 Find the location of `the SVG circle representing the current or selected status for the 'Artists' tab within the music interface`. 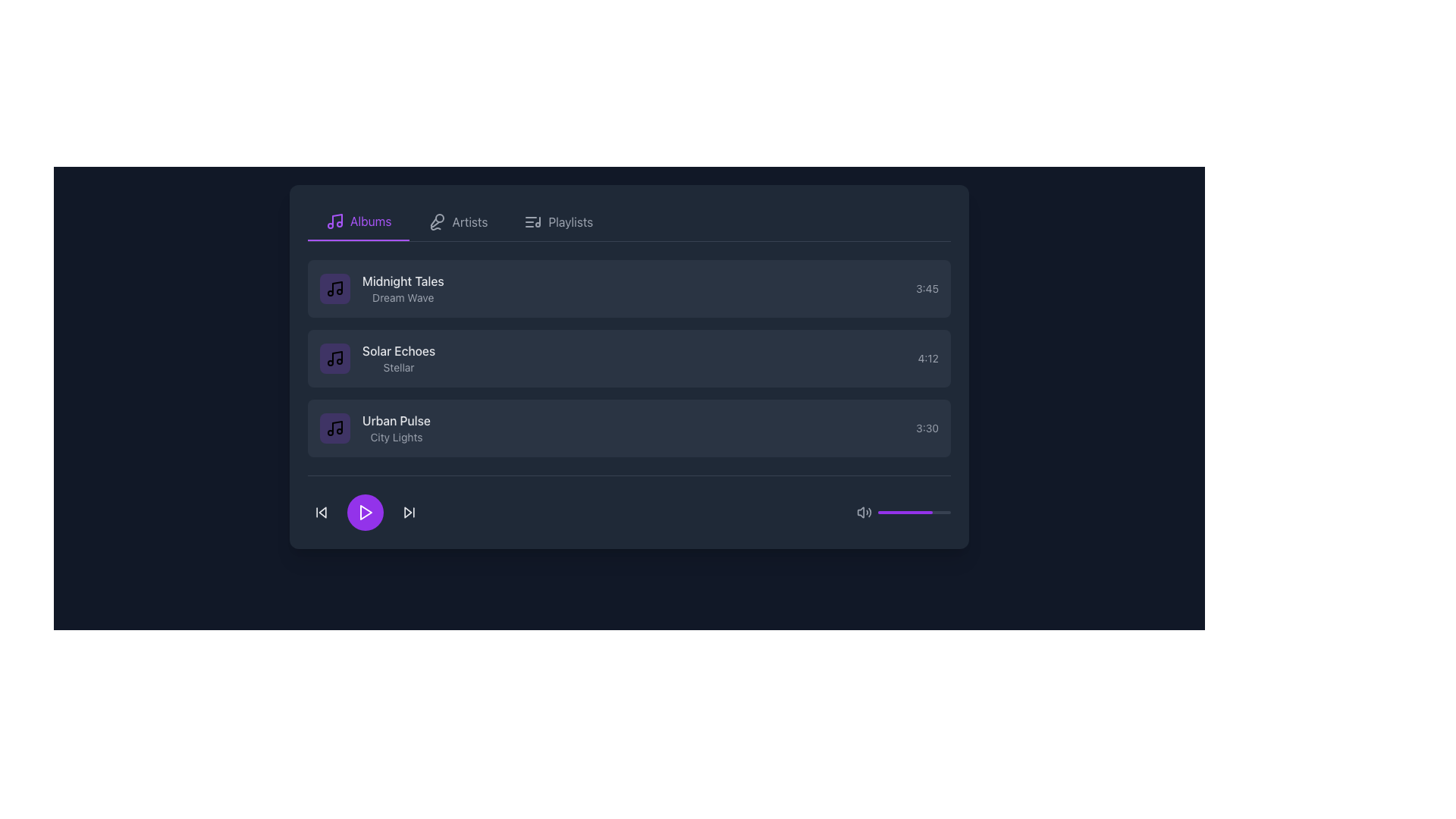

the SVG circle representing the current or selected status for the 'Artists' tab within the music interface is located at coordinates (439, 218).